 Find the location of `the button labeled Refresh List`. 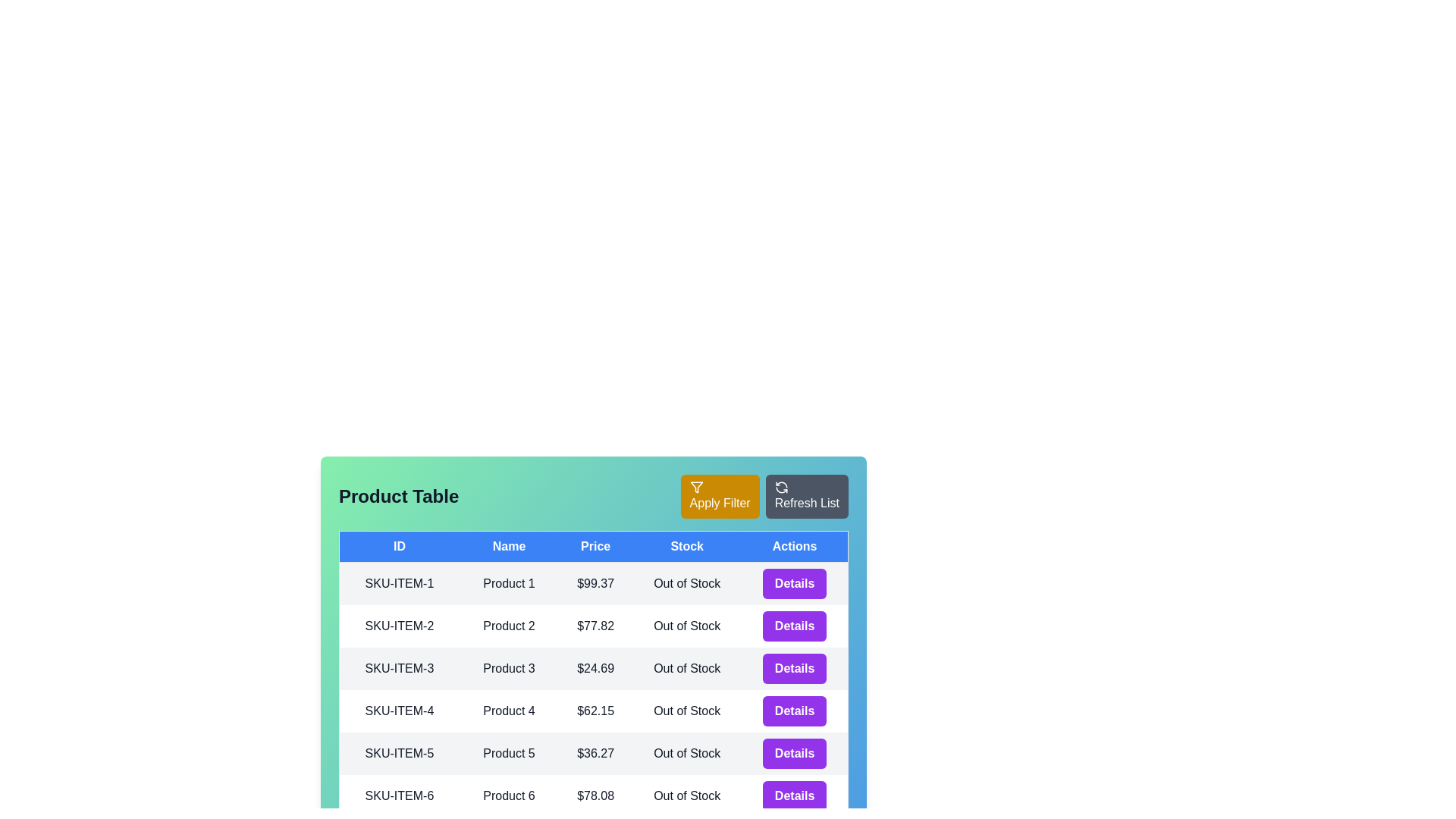

the button labeled Refresh List is located at coordinates (806, 497).